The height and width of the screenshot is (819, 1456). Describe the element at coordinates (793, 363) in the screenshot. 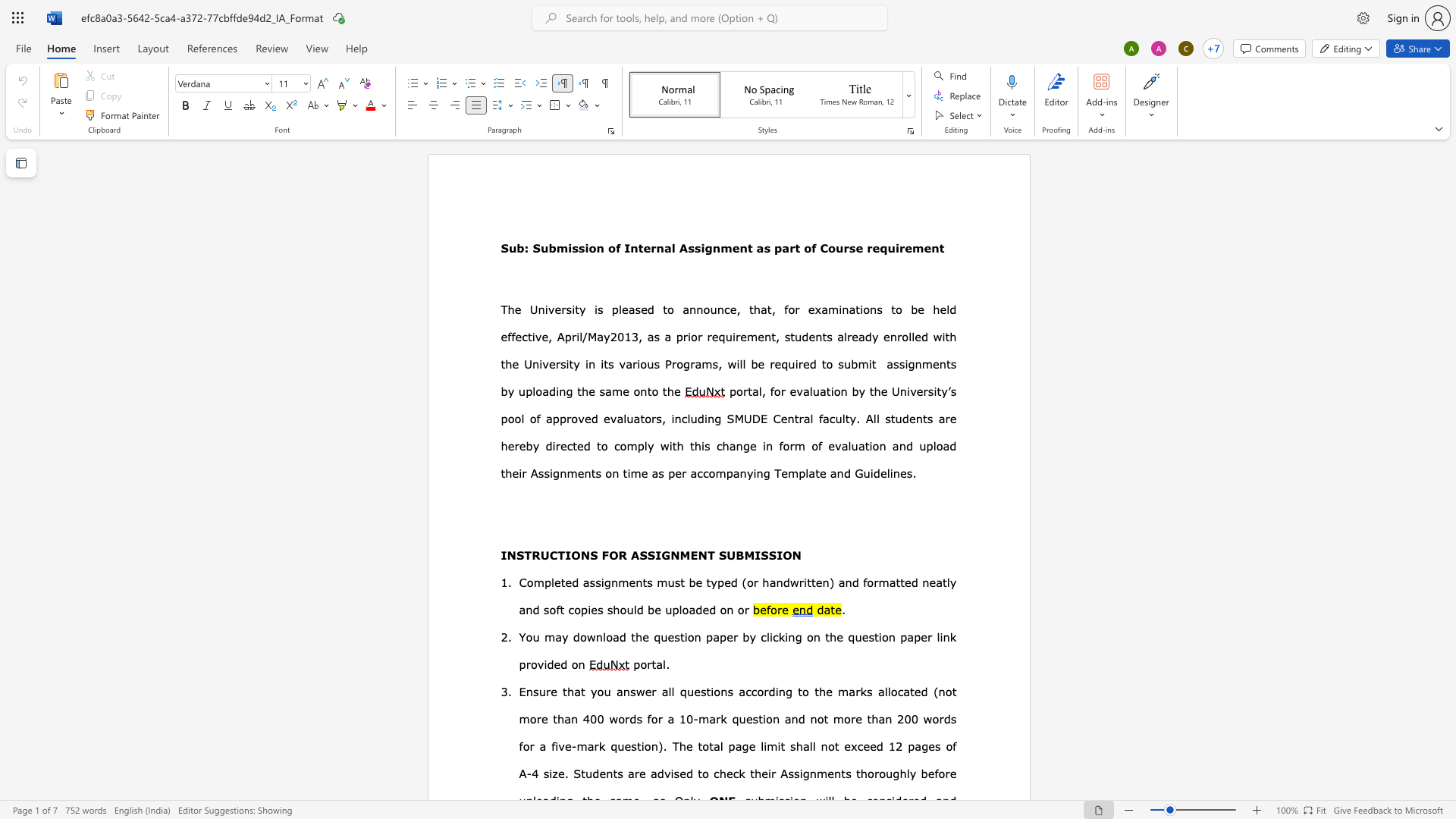

I see `the space between the continuous character "u" and "i" in the text` at that location.